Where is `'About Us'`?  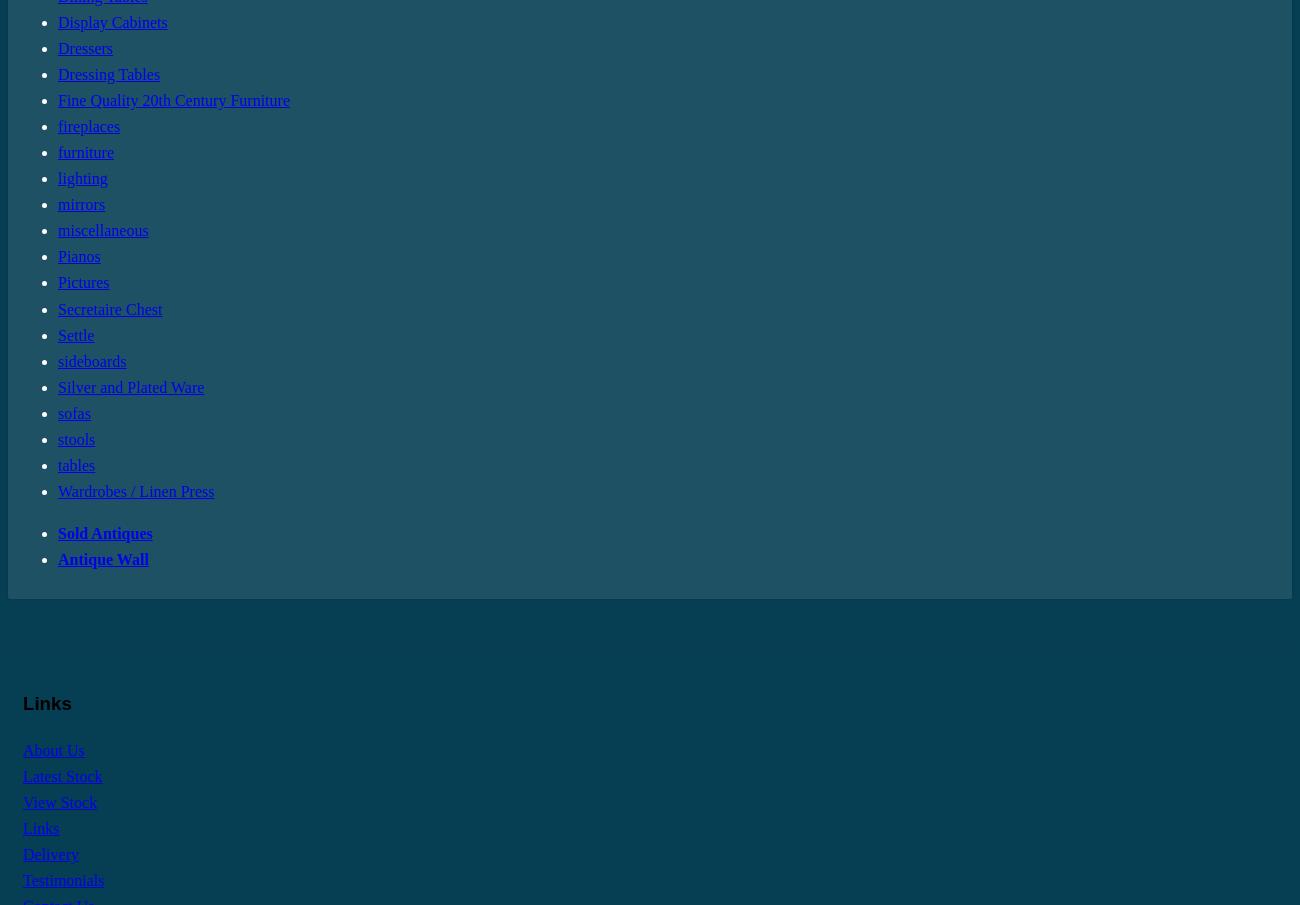
'About Us' is located at coordinates (52, 748).